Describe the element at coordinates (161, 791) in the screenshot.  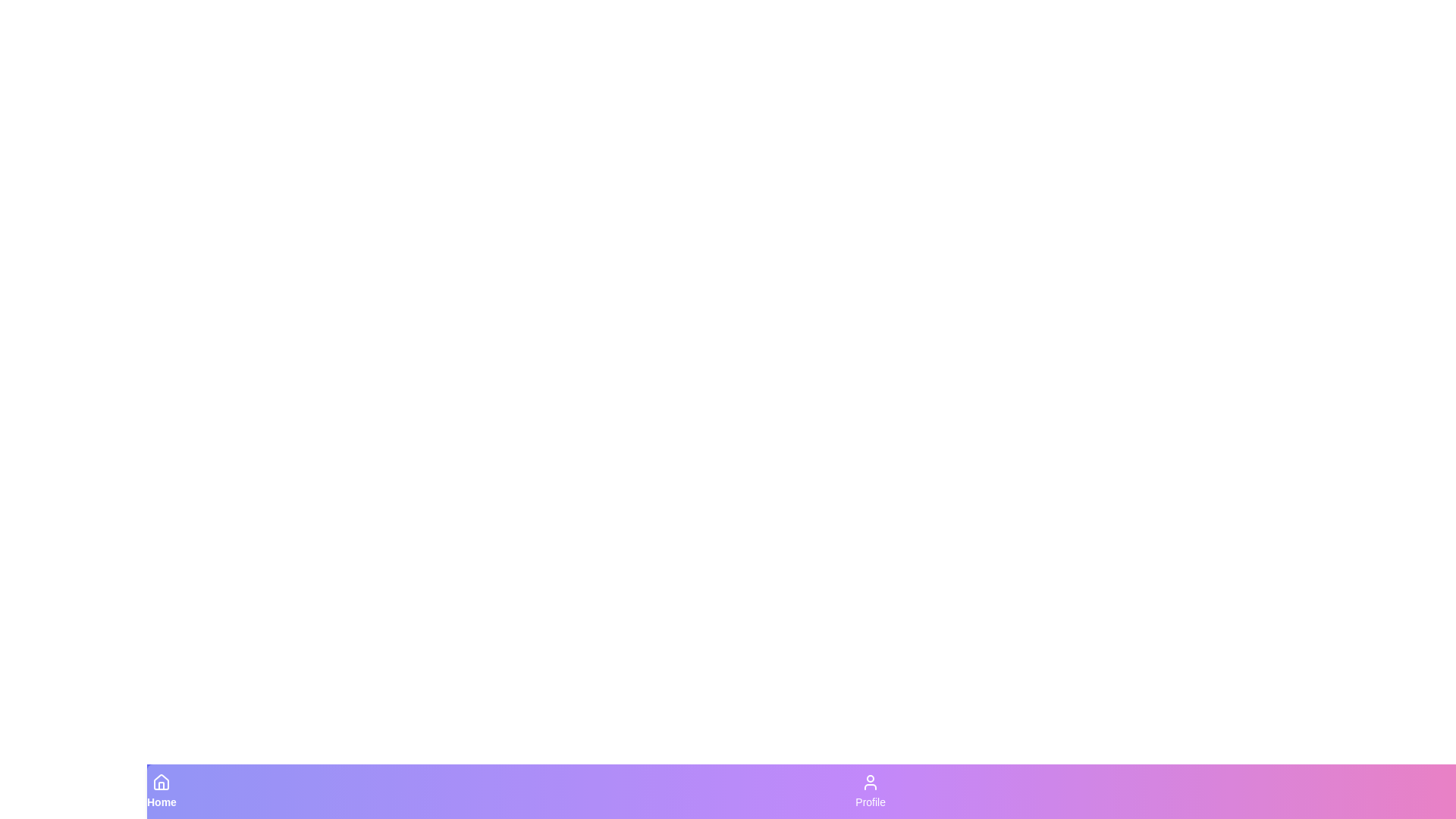
I see `the Home navigation item to change the active view` at that location.